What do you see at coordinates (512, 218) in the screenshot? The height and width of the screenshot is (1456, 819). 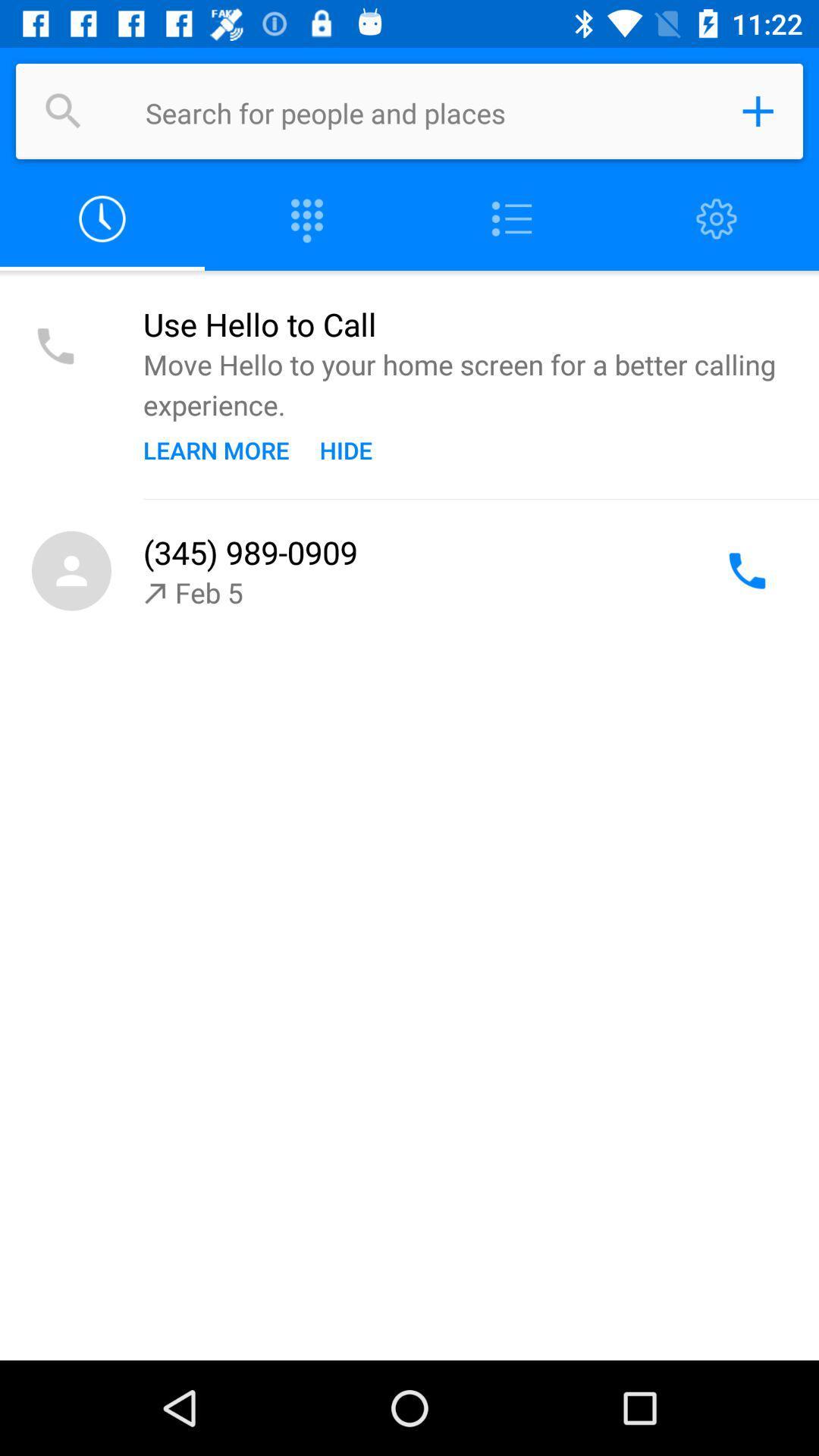 I see `menu options` at bounding box center [512, 218].